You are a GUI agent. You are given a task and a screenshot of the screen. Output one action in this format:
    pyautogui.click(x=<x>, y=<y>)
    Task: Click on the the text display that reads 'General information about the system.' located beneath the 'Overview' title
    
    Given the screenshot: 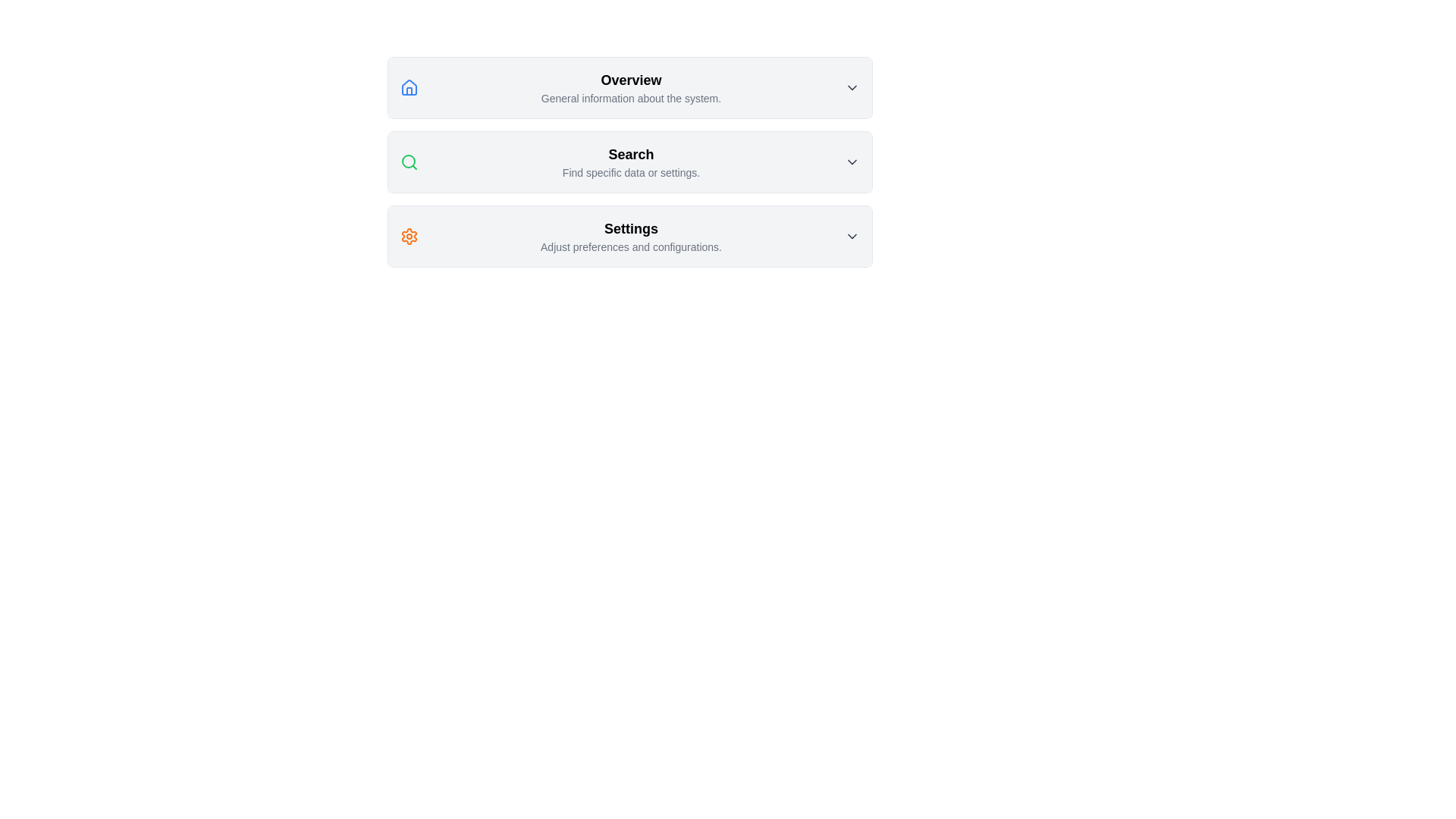 What is the action you would take?
    pyautogui.click(x=631, y=99)
    